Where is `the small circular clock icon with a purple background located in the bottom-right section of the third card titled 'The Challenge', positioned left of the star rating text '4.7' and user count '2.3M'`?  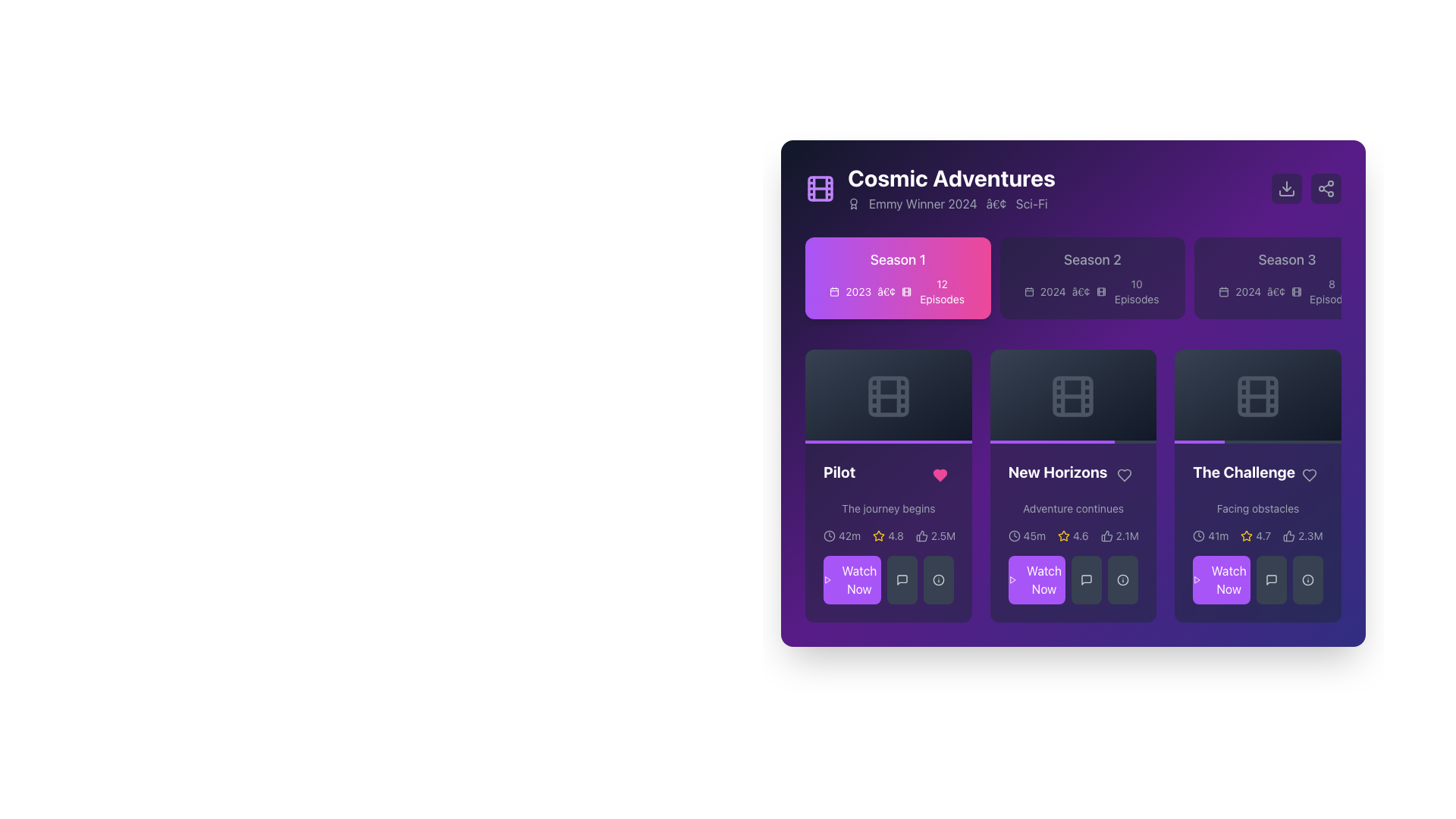
the small circular clock icon with a purple background located in the bottom-right section of the third card titled 'The Challenge', positioned left of the star rating text '4.7' and user count '2.3M' is located at coordinates (1198, 535).